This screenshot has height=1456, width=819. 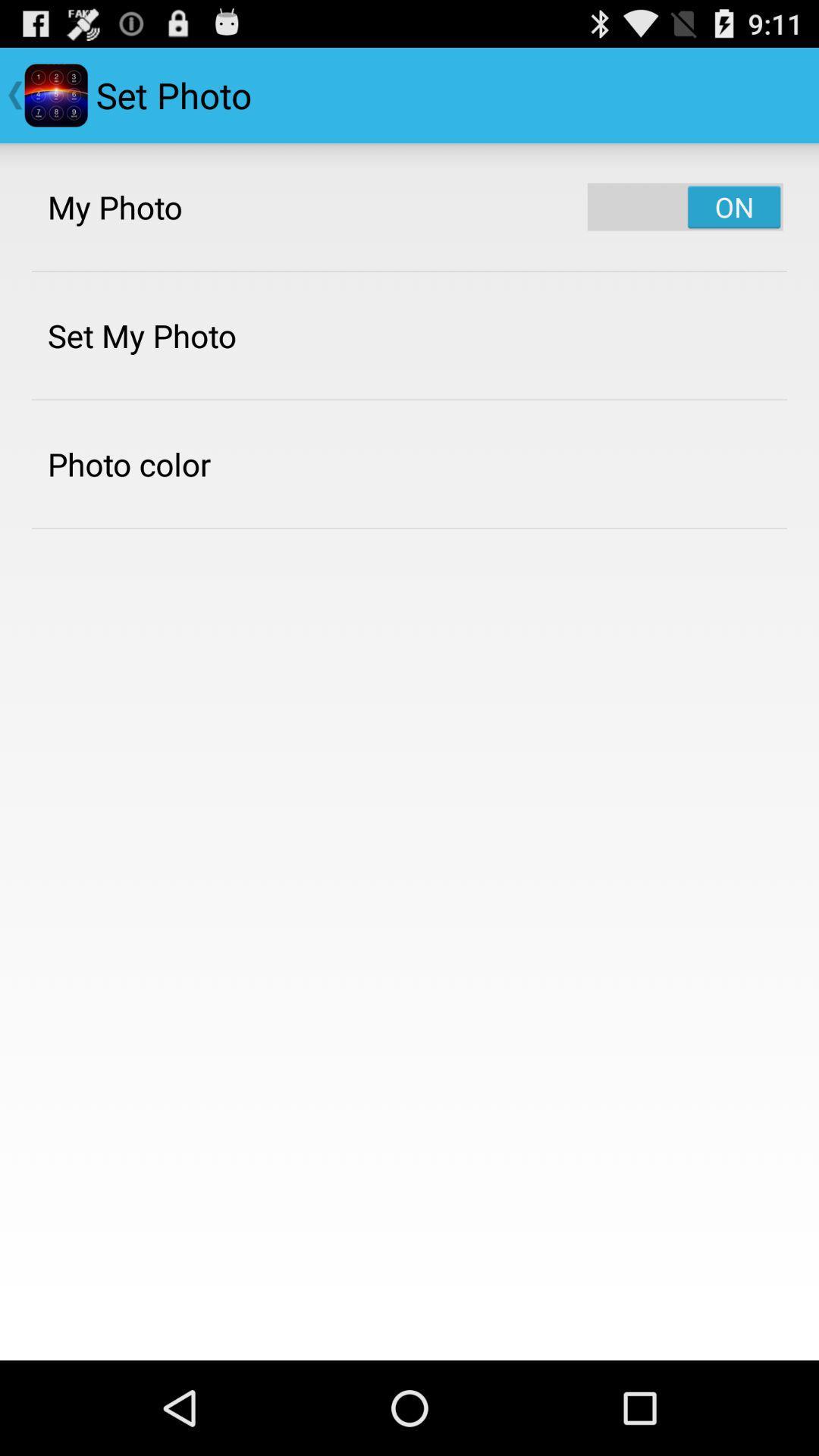 What do you see at coordinates (128, 463) in the screenshot?
I see `the photo color app` at bounding box center [128, 463].